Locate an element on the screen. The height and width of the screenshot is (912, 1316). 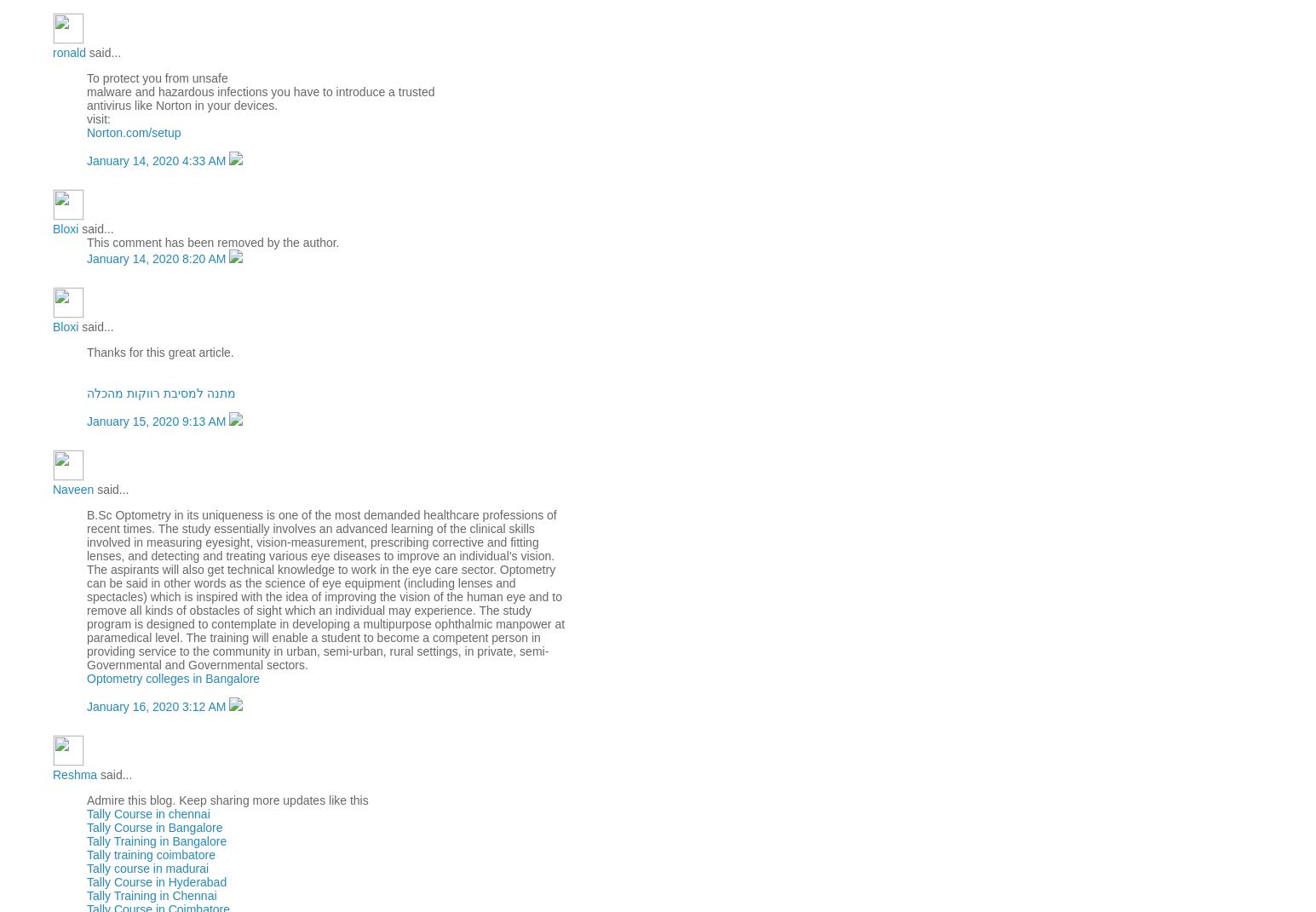
'Tally Course in Bangalore' is located at coordinates (154, 825).